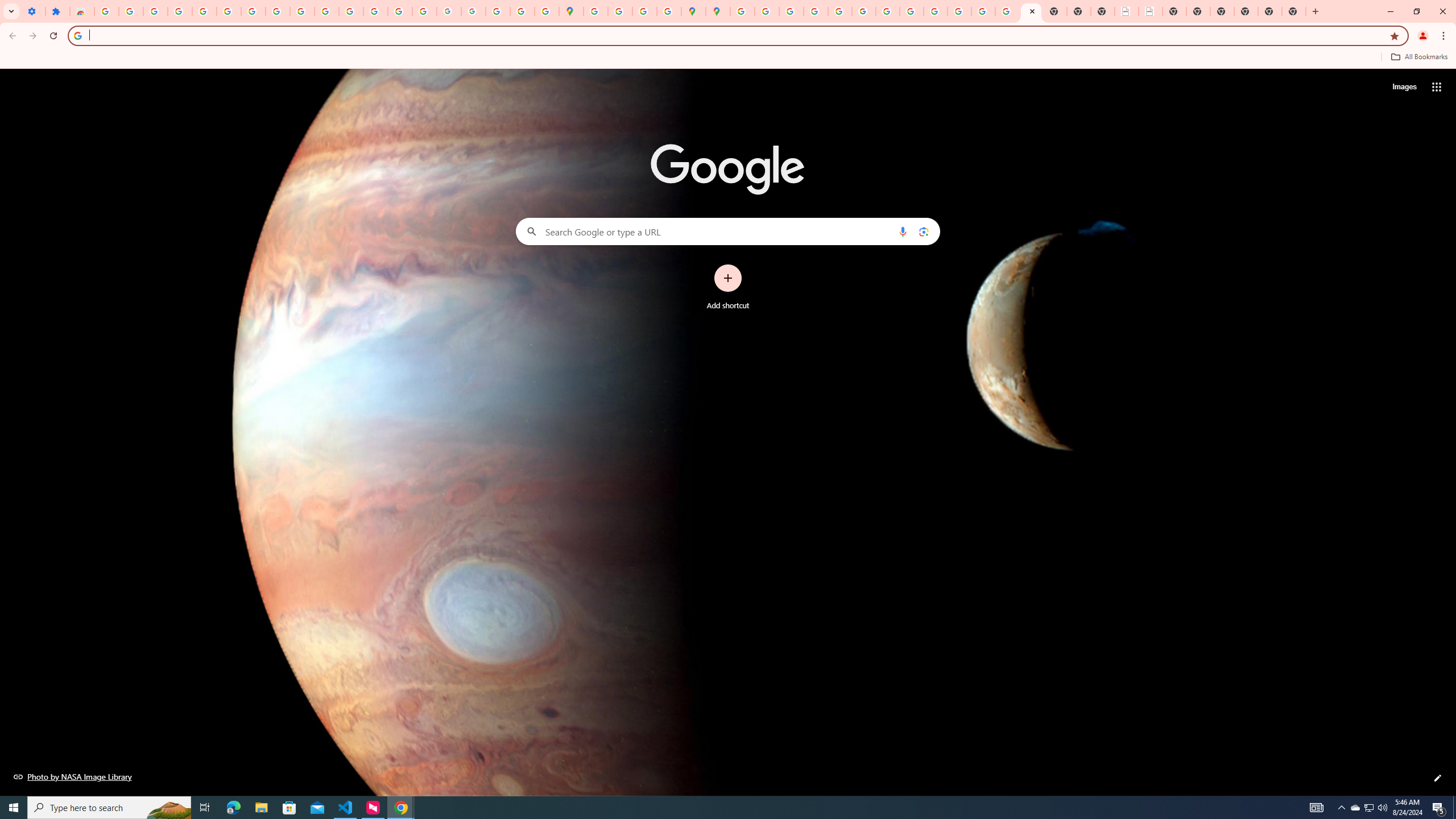  What do you see at coordinates (1150, 11) in the screenshot?
I see `'BAE Systems Brasil | BAE Systems'` at bounding box center [1150, 11].